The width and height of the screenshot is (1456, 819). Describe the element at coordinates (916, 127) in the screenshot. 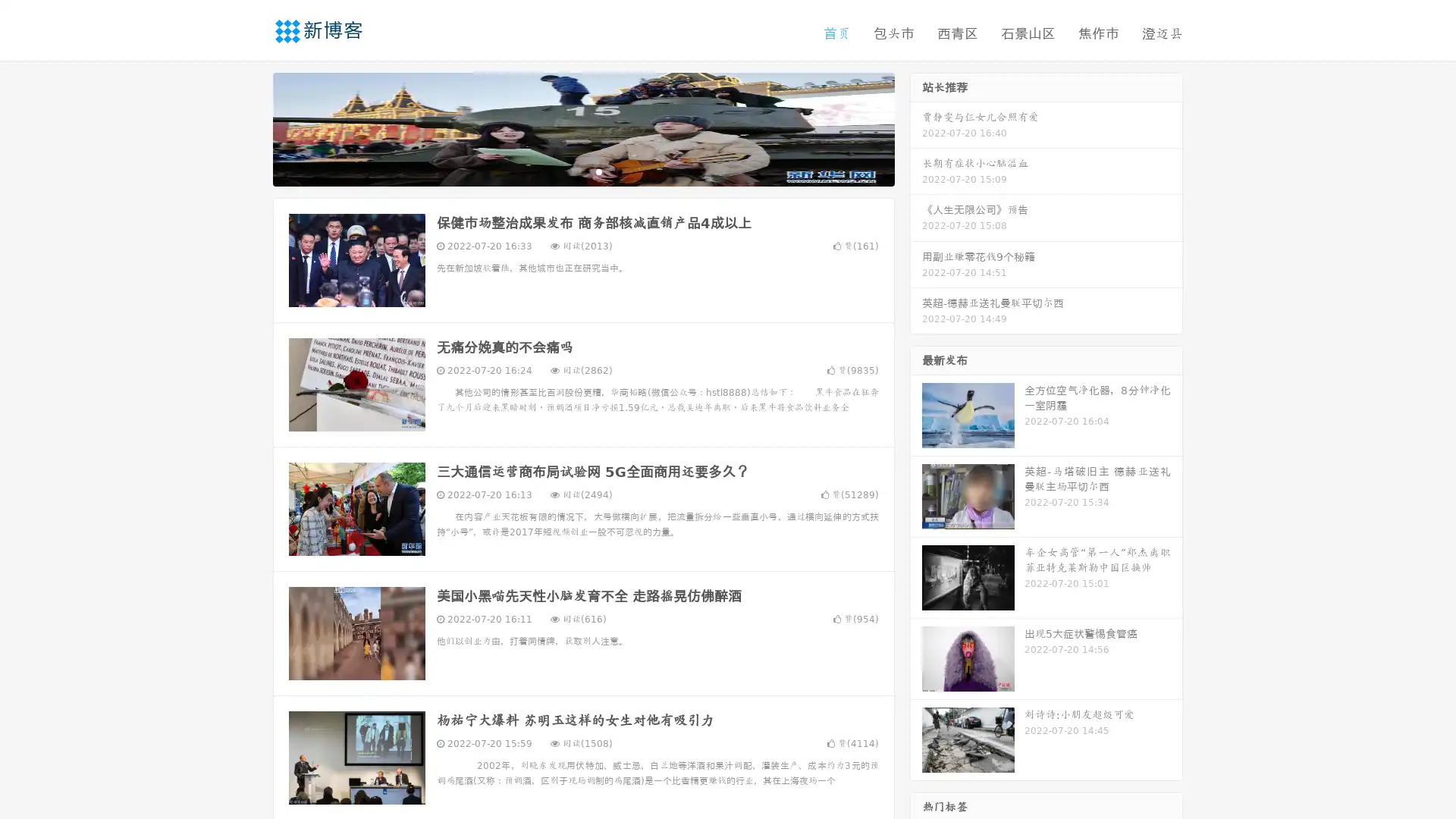

I see `Next slide` at that location.